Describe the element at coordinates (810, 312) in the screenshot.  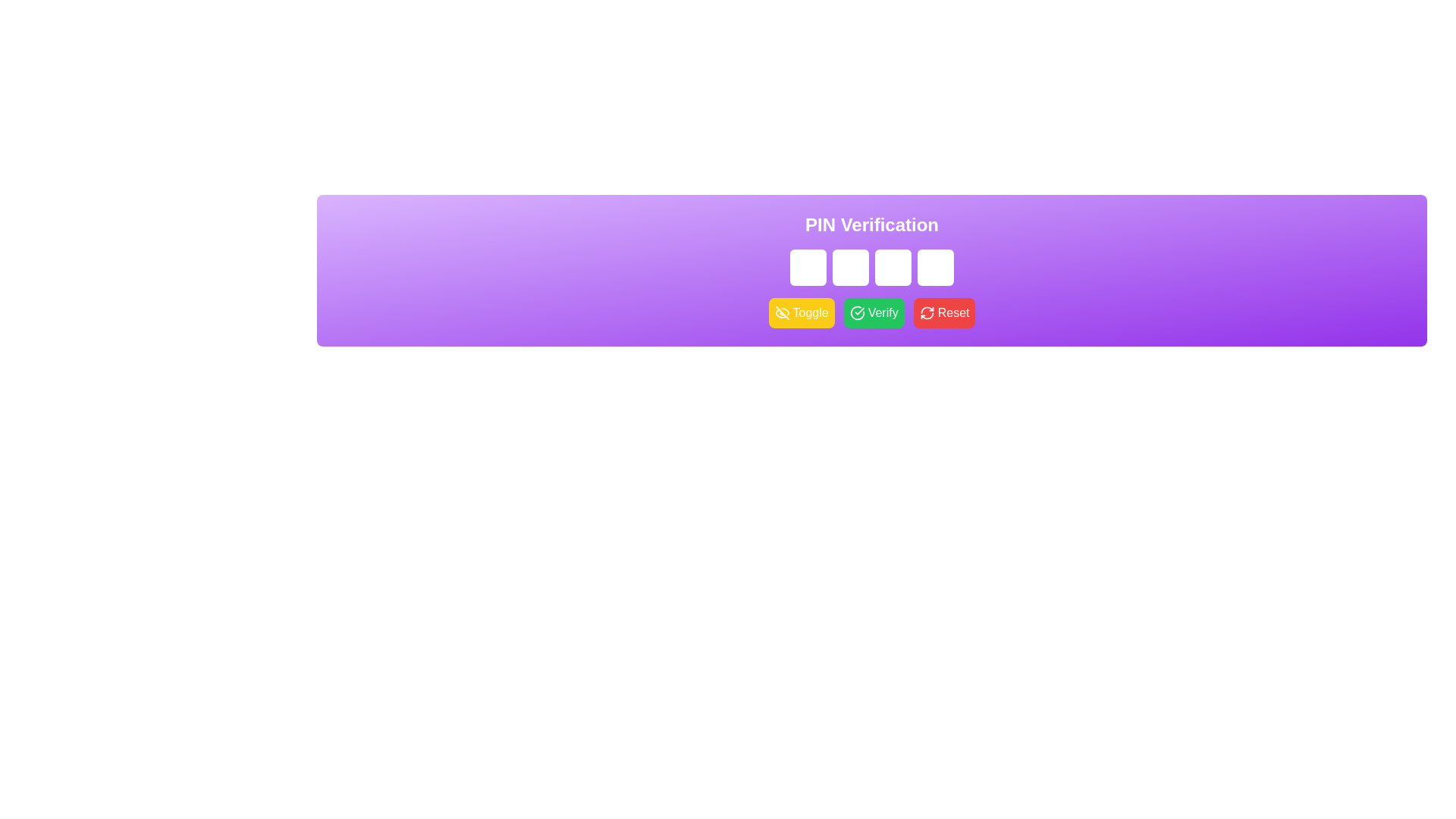
I see `the 'Toggle' button, which is a white text component within a yellow rectangular button with rounded corners, located between an eye icon and the 'Verify' button` at that location.